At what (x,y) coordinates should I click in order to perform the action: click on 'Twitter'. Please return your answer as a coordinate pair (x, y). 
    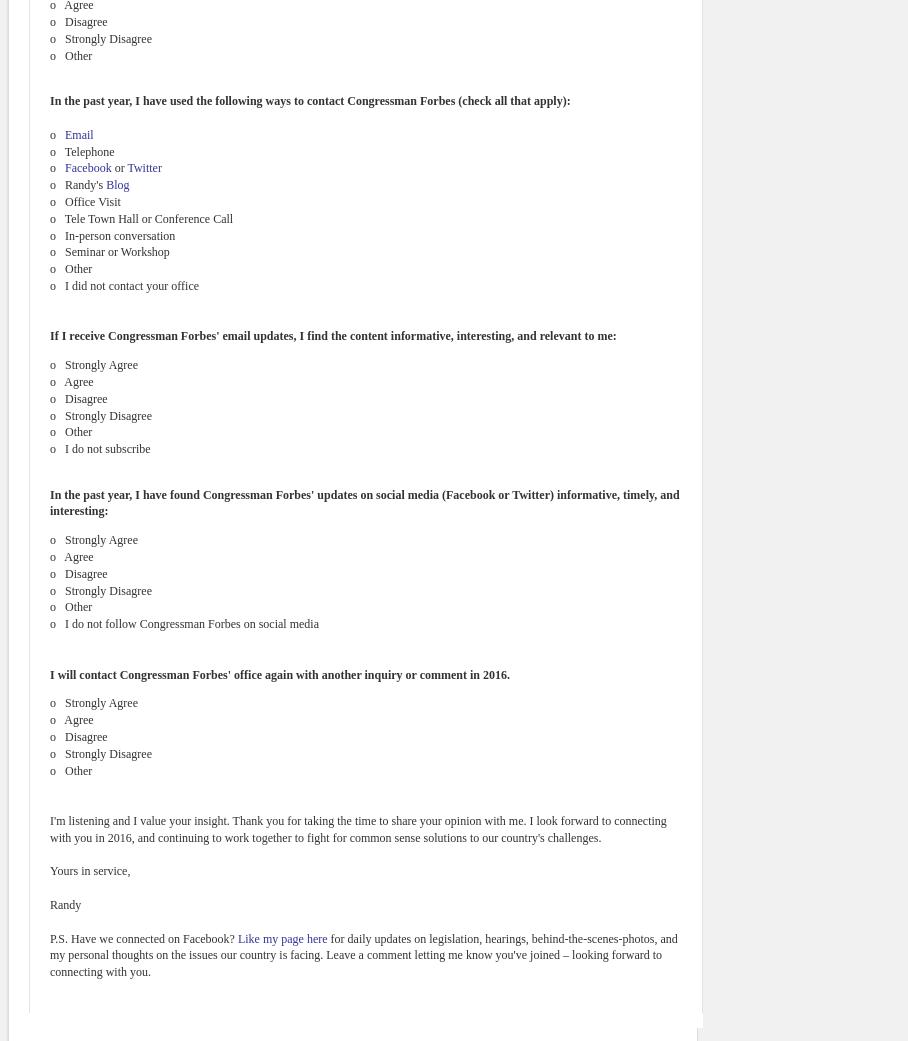
    Looking at the image, I should click on (127, 168).